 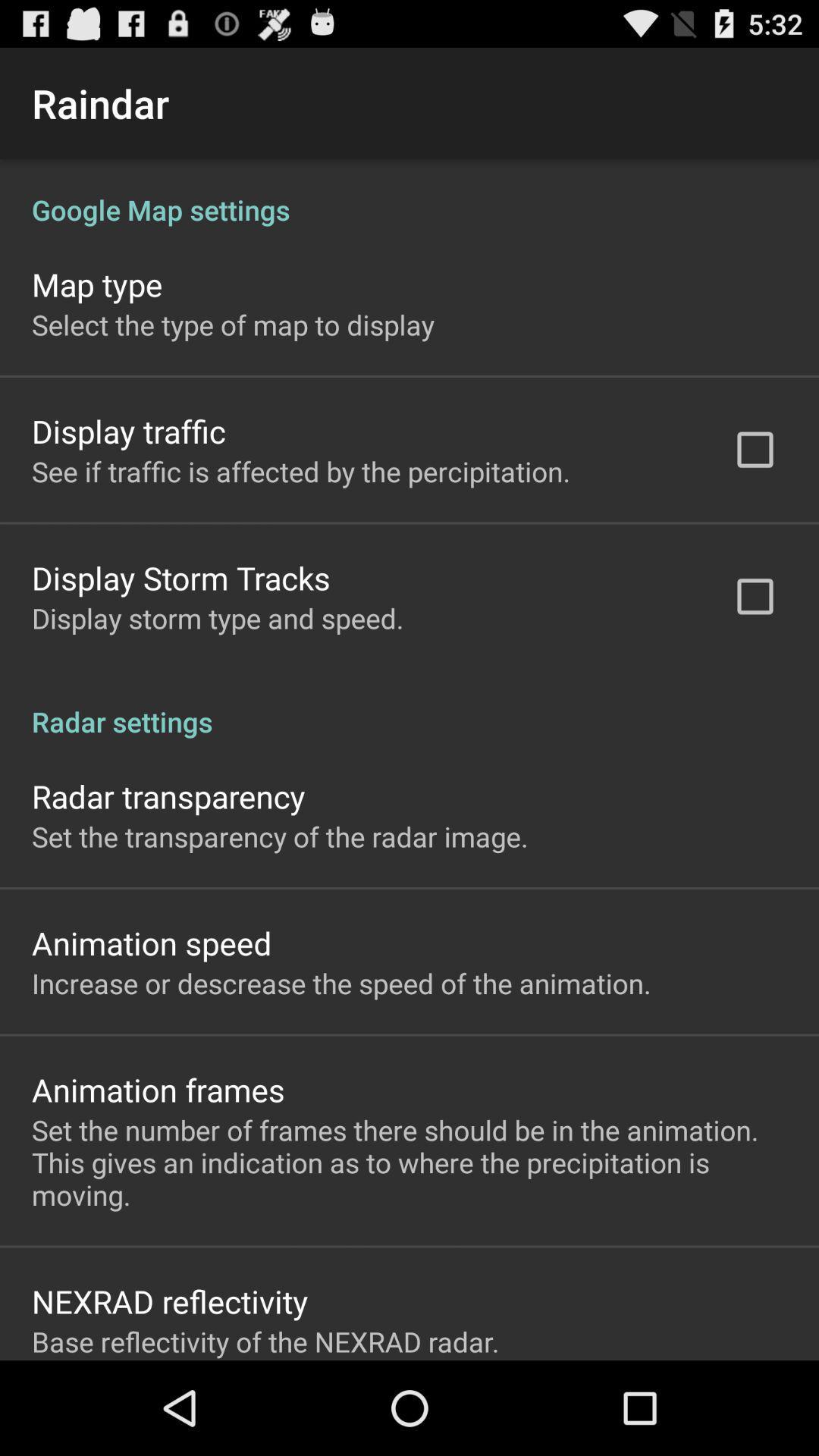 I want to click on increase or descrease item, so click(x=341, y=983).